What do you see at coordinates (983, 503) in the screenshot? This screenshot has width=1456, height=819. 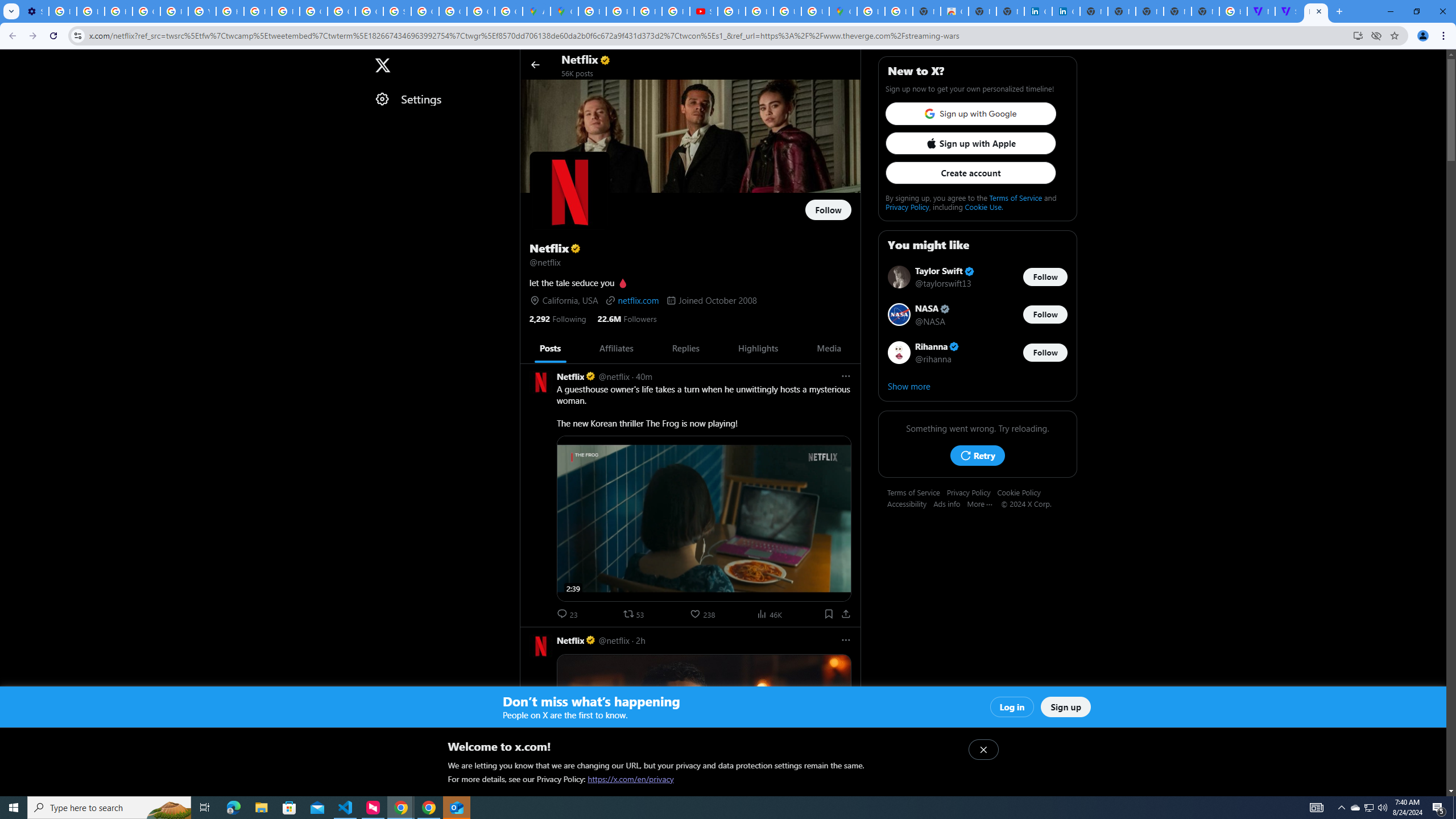 I see `'More'` at bounding box center [983, 503].